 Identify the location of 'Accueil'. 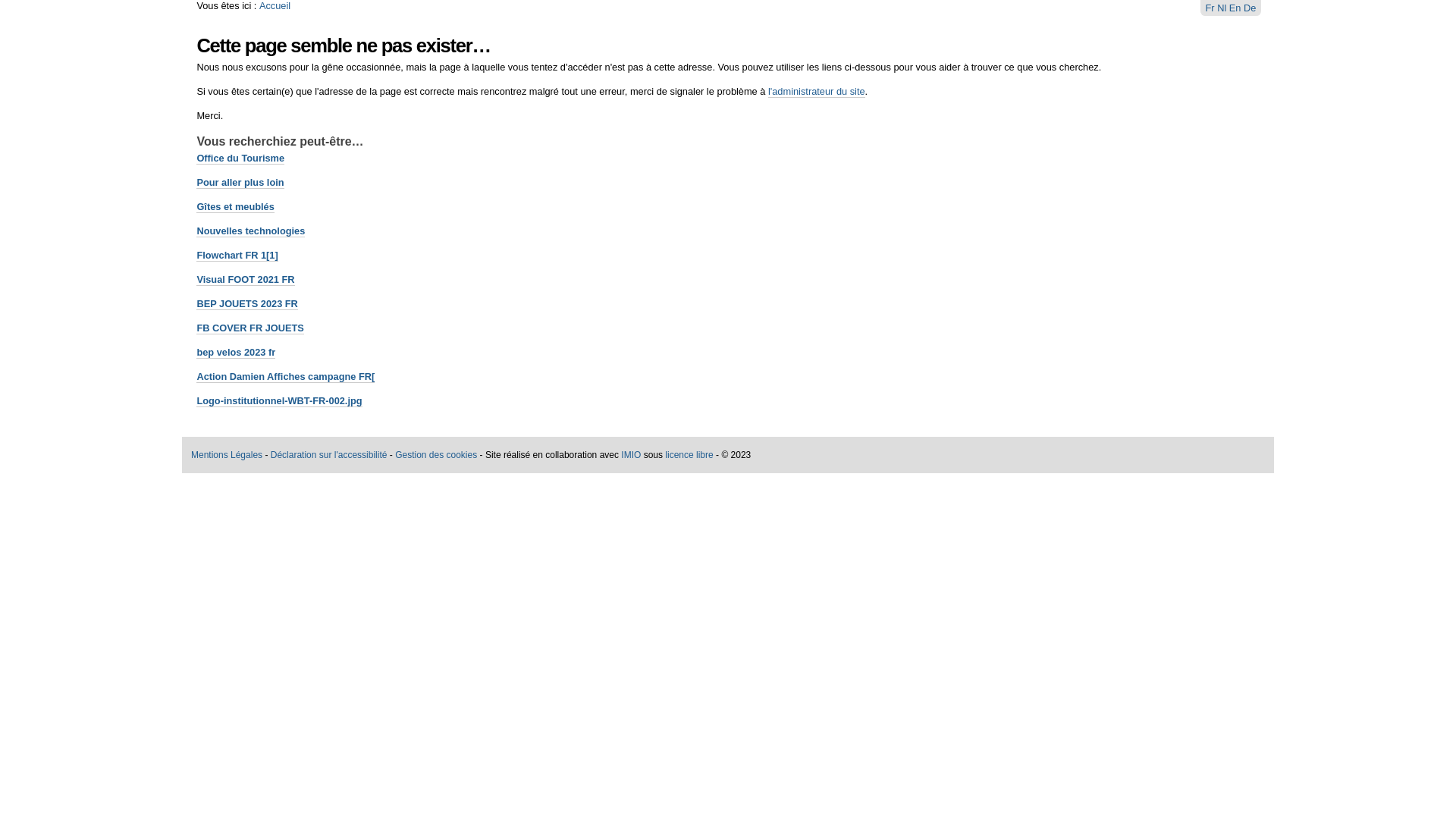
(275, 5).